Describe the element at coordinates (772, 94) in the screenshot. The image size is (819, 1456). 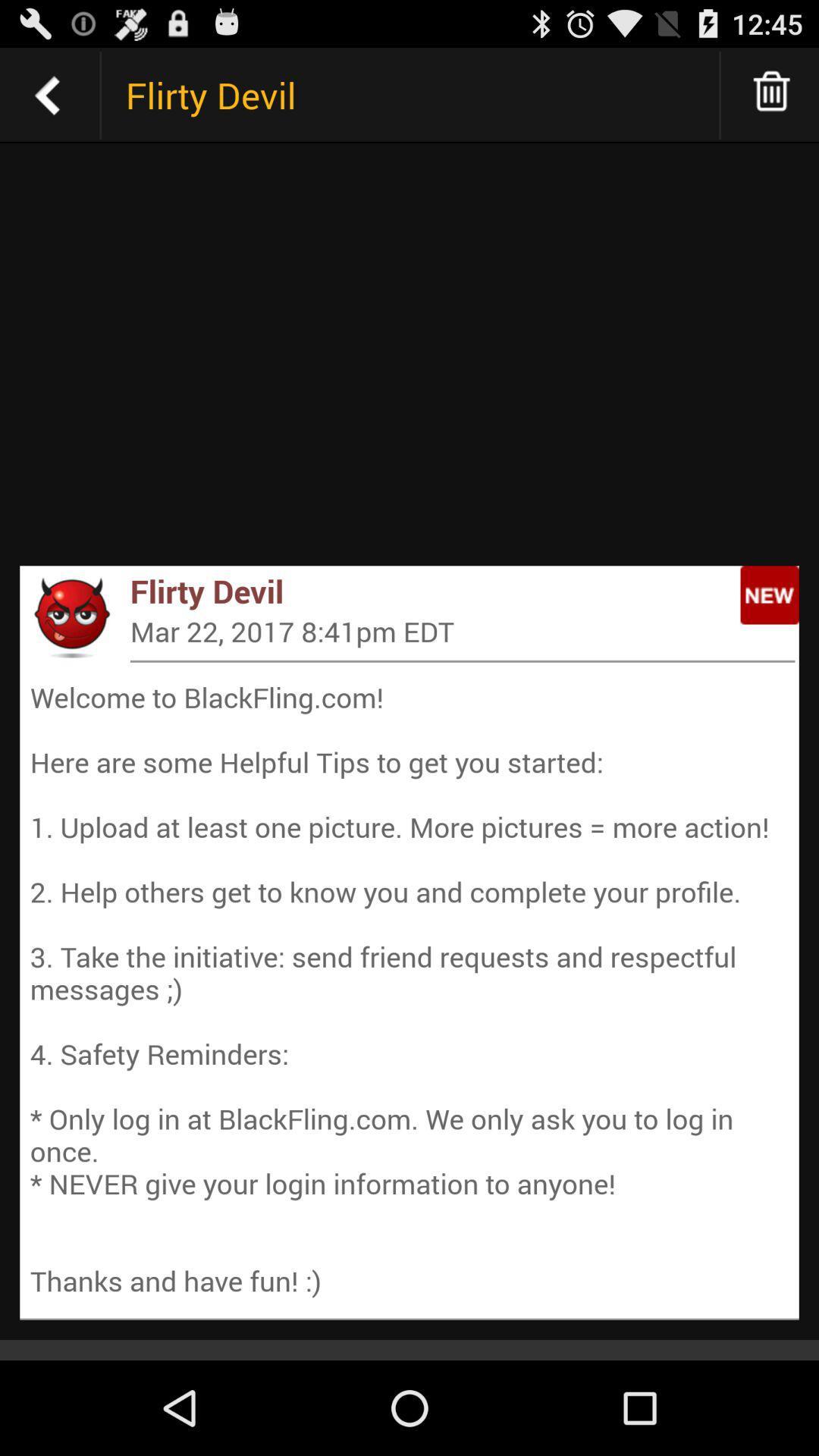
I see `delete` at that location.